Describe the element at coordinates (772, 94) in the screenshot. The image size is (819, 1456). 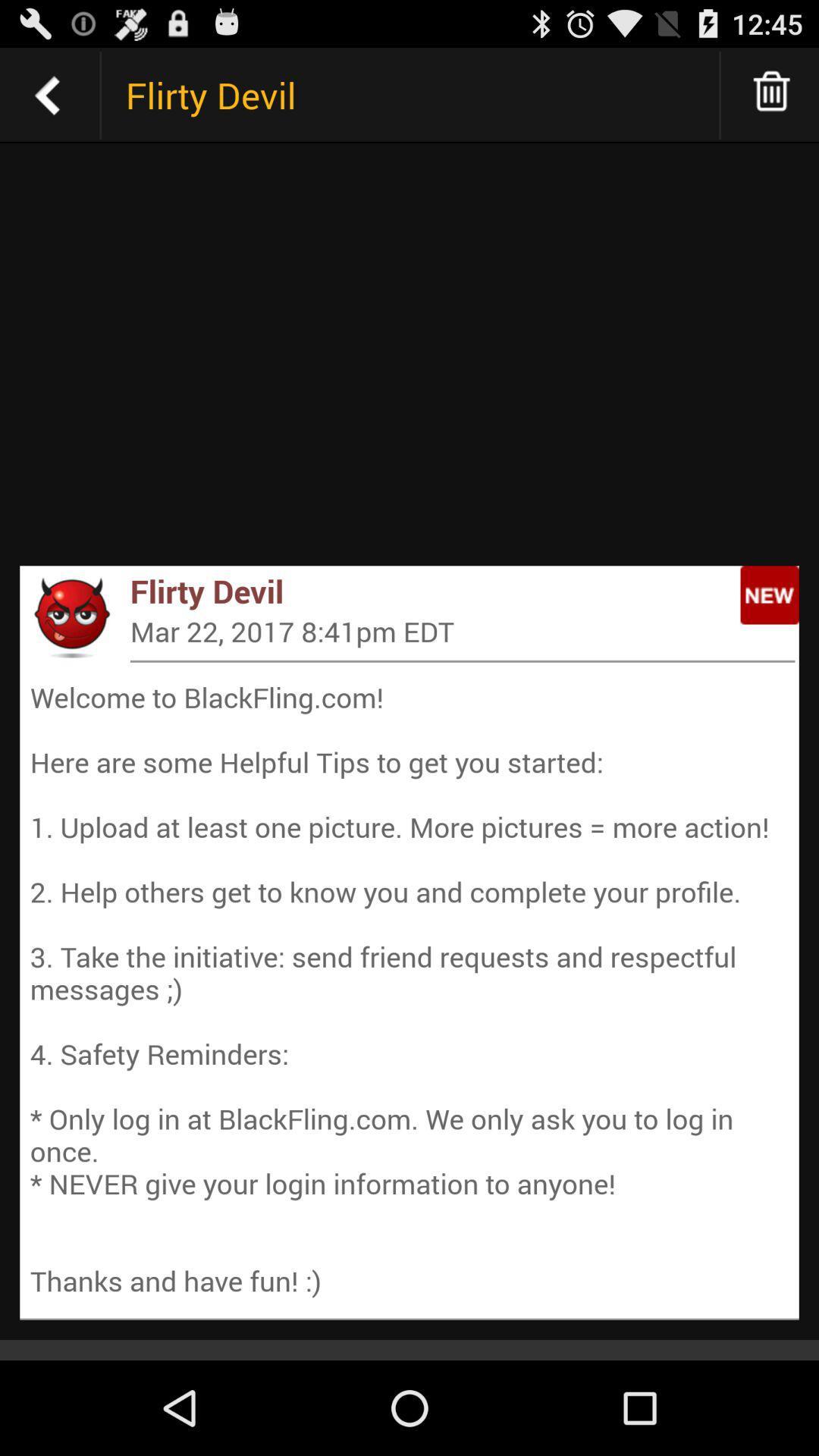
I see `delete` at that location.